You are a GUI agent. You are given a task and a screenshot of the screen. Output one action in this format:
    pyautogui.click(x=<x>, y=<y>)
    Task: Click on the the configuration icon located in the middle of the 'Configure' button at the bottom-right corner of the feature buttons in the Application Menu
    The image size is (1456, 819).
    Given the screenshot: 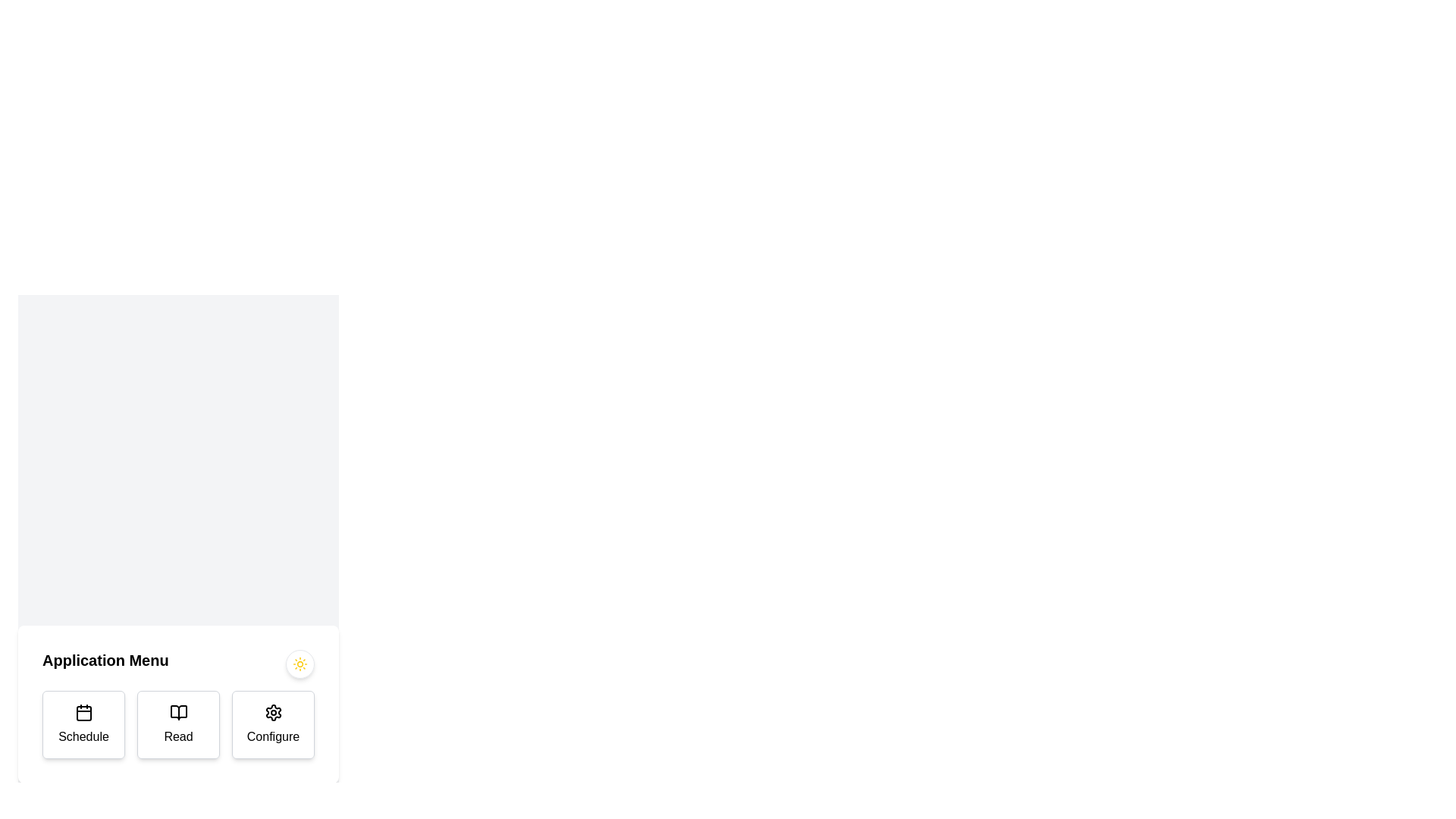 What is the action you would take?
    pyautogui.click(x=273, y=713)
    